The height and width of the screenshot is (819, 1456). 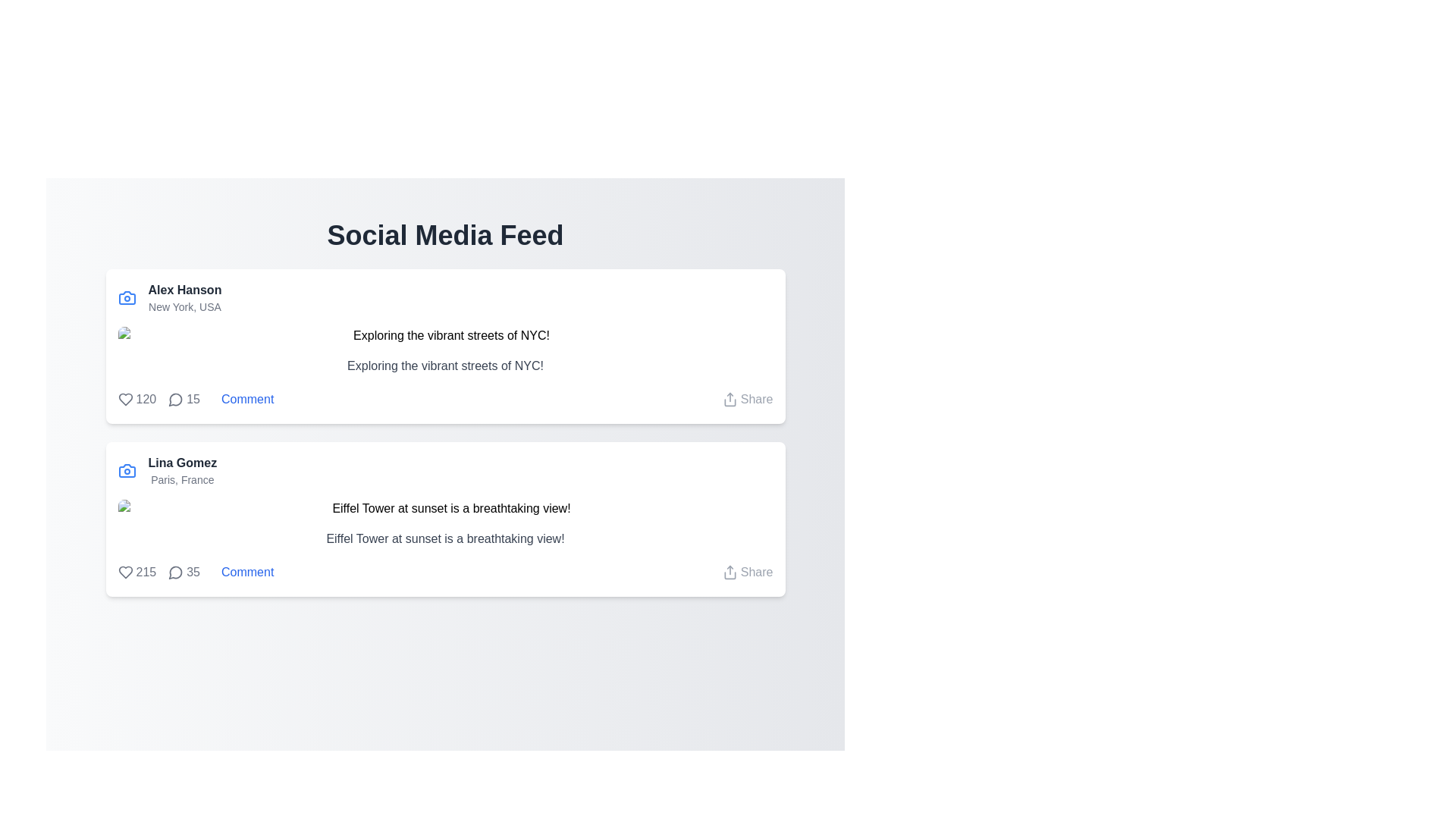 What do you see at coordinates (444, 346) in the screenshot?
I see `the user name in the first social media post card` at bounding box center [444, 346].